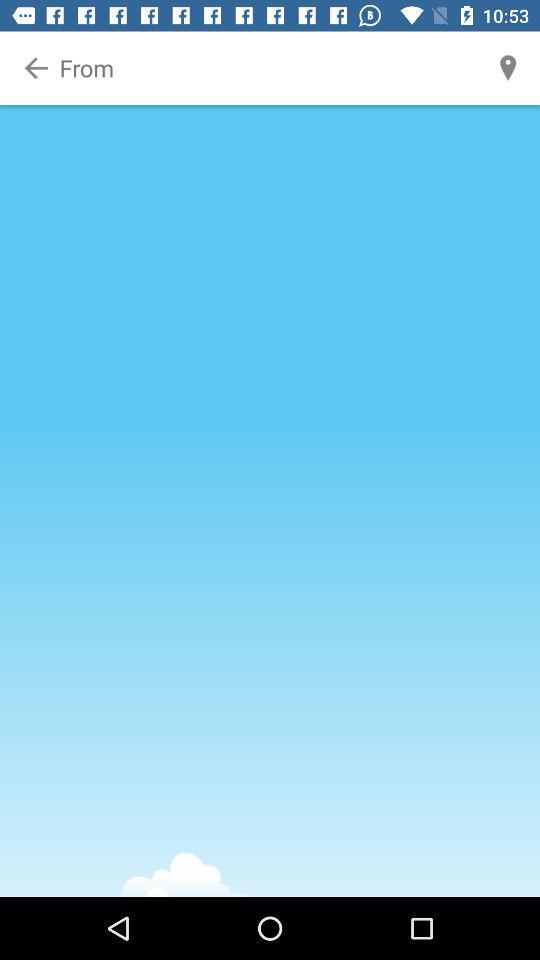  I want to click on go back, so click(36, 68).